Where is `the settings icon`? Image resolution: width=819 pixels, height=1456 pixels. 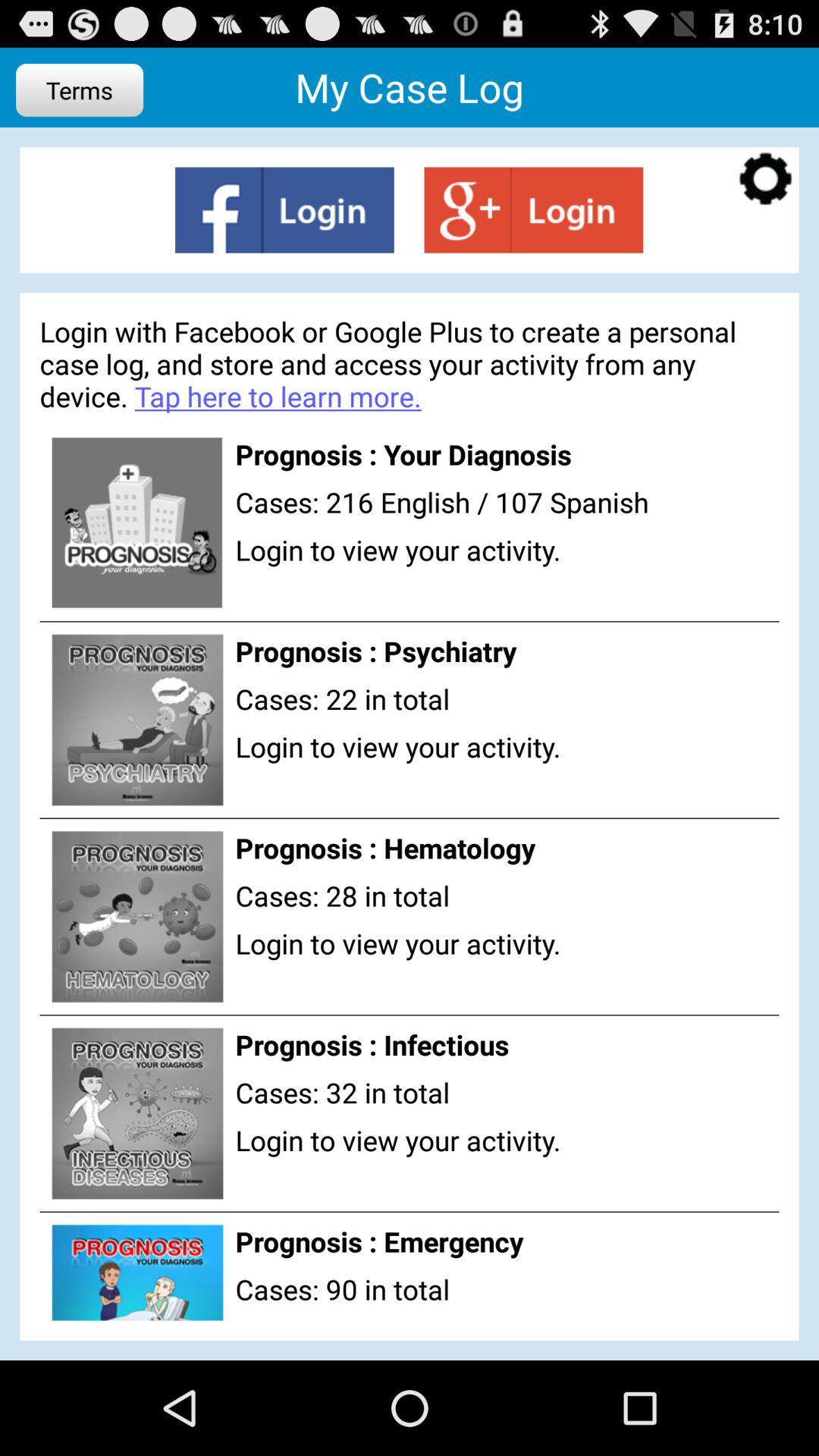 the settings icon is located at coordinates (765, 192).